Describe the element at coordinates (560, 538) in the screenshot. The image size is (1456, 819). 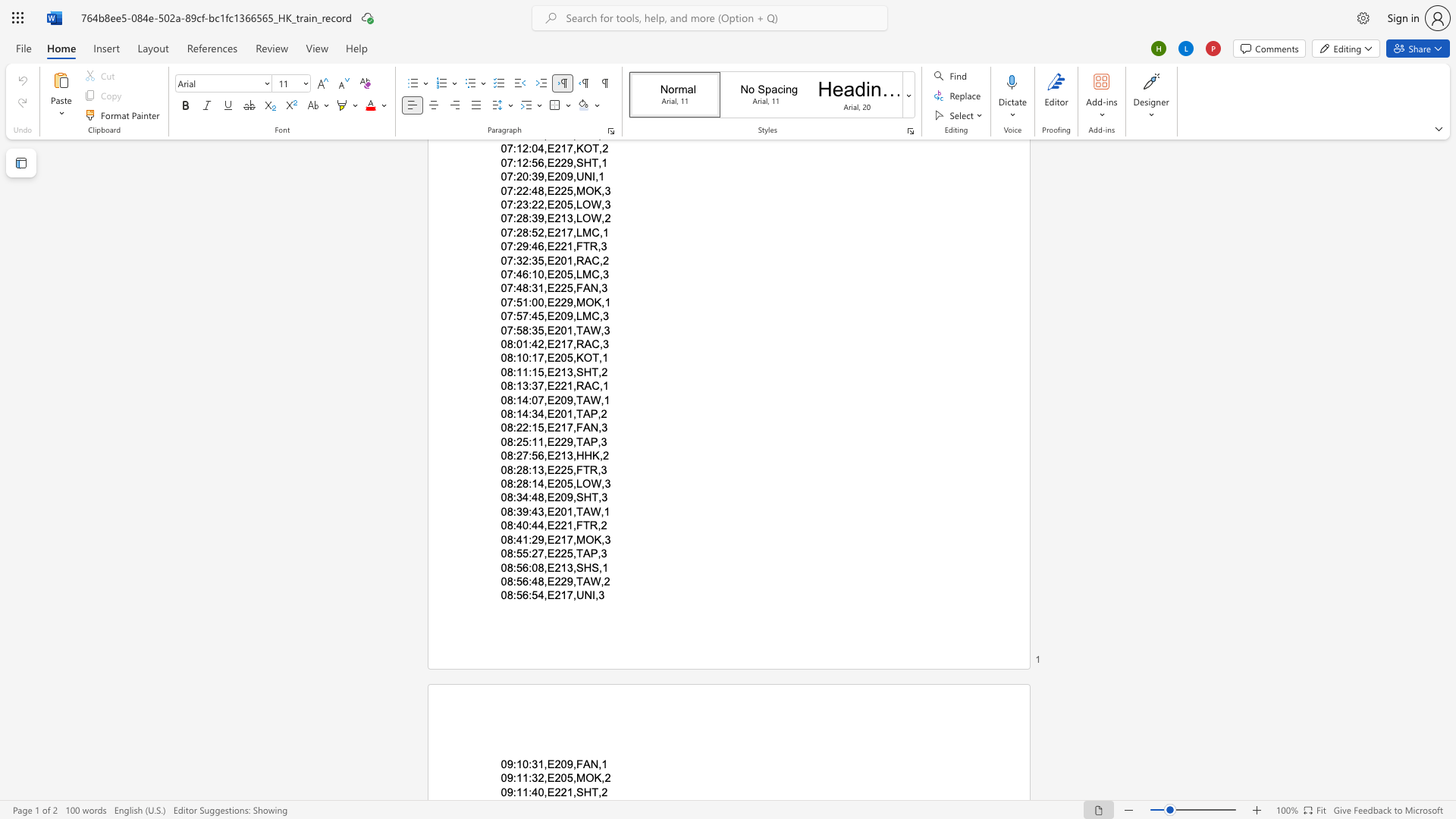
I see `the subset text "17,MO" within the text "08:41:29,E217,MOK,3"` at that location.